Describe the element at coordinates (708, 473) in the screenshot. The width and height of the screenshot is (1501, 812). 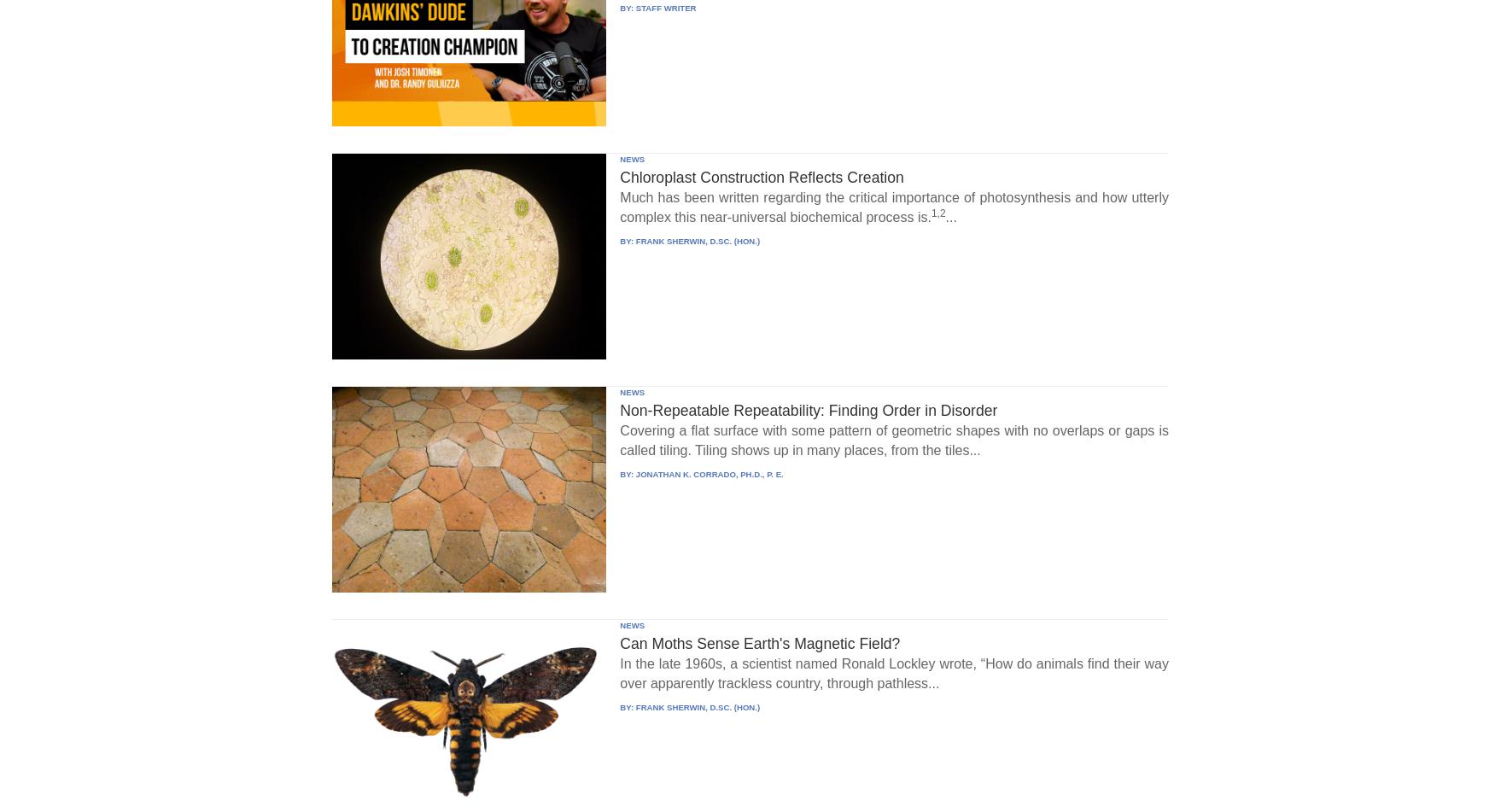
I see `'JONATHAN K. CORRADO, PH.D., P. E.'` at that location.